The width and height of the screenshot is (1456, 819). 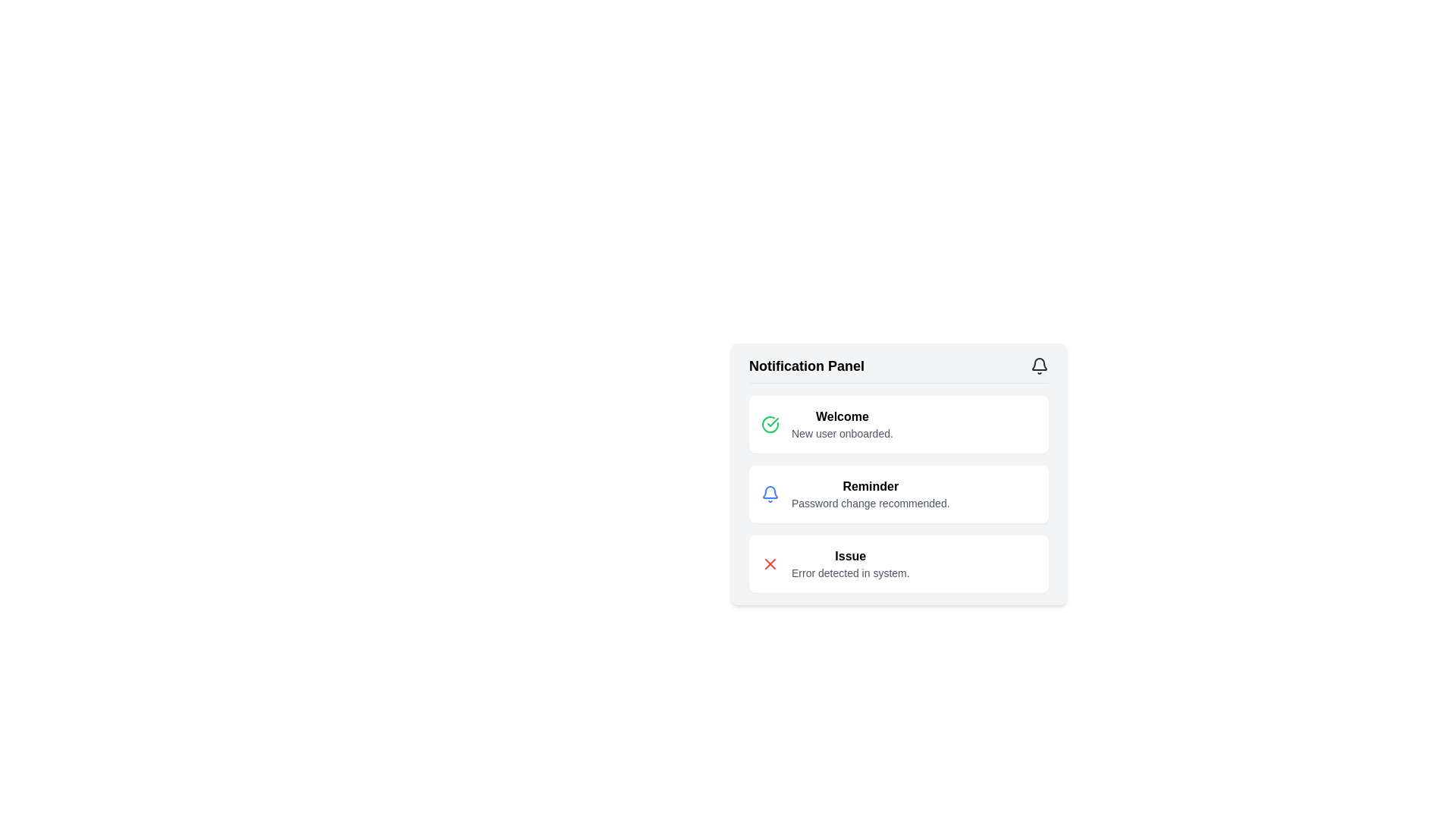 I want to click on the small red 'X' icon rendered with thin strokes, which is located in the Issue notification card of the Notification Panel, positioned to the left of the 'Issue' text, so click(x=770, y=564).